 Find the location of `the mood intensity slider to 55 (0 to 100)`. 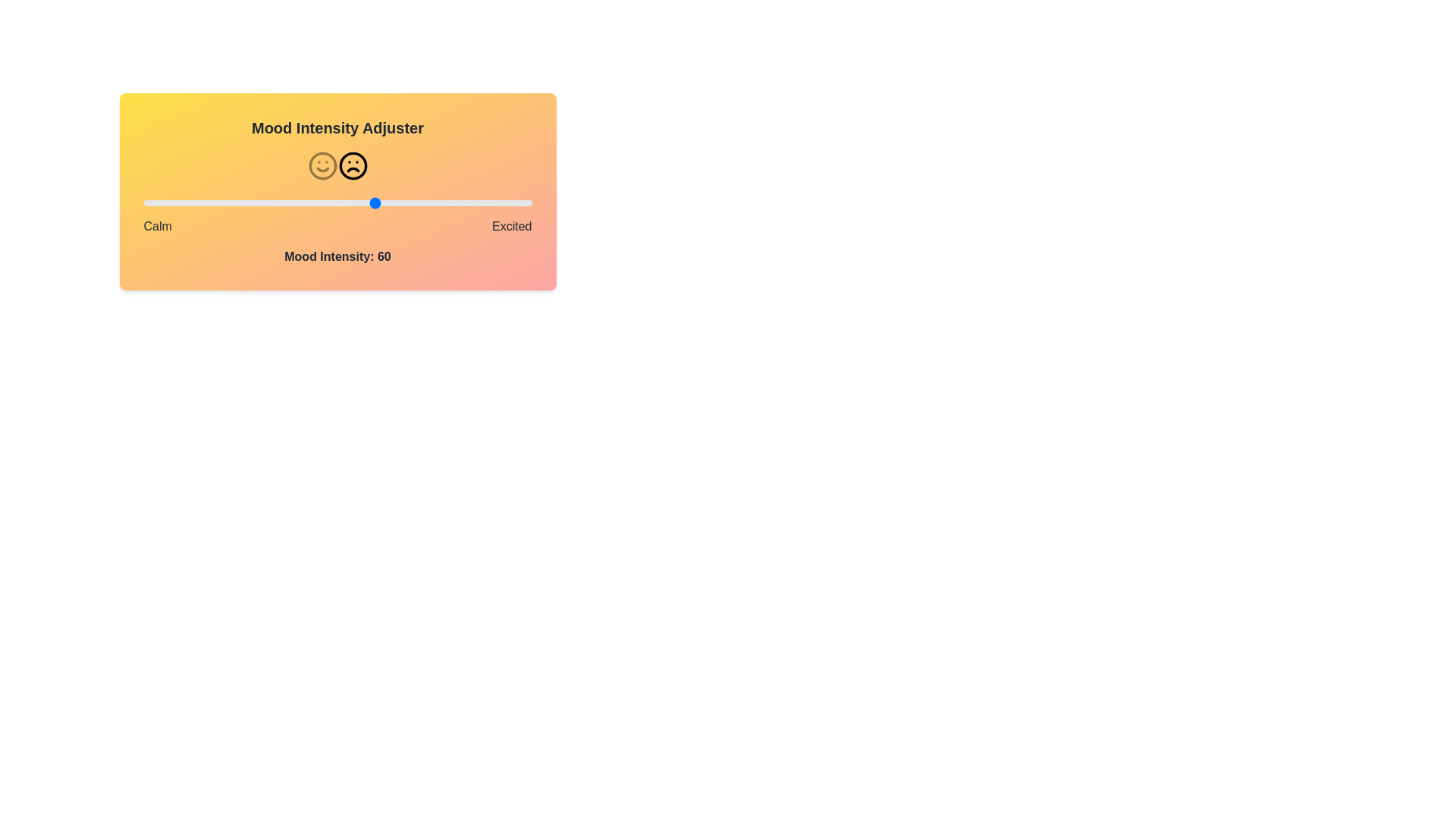

the mood intensity slider to 55 (0 to 100) is located at coordinates (356, 202).